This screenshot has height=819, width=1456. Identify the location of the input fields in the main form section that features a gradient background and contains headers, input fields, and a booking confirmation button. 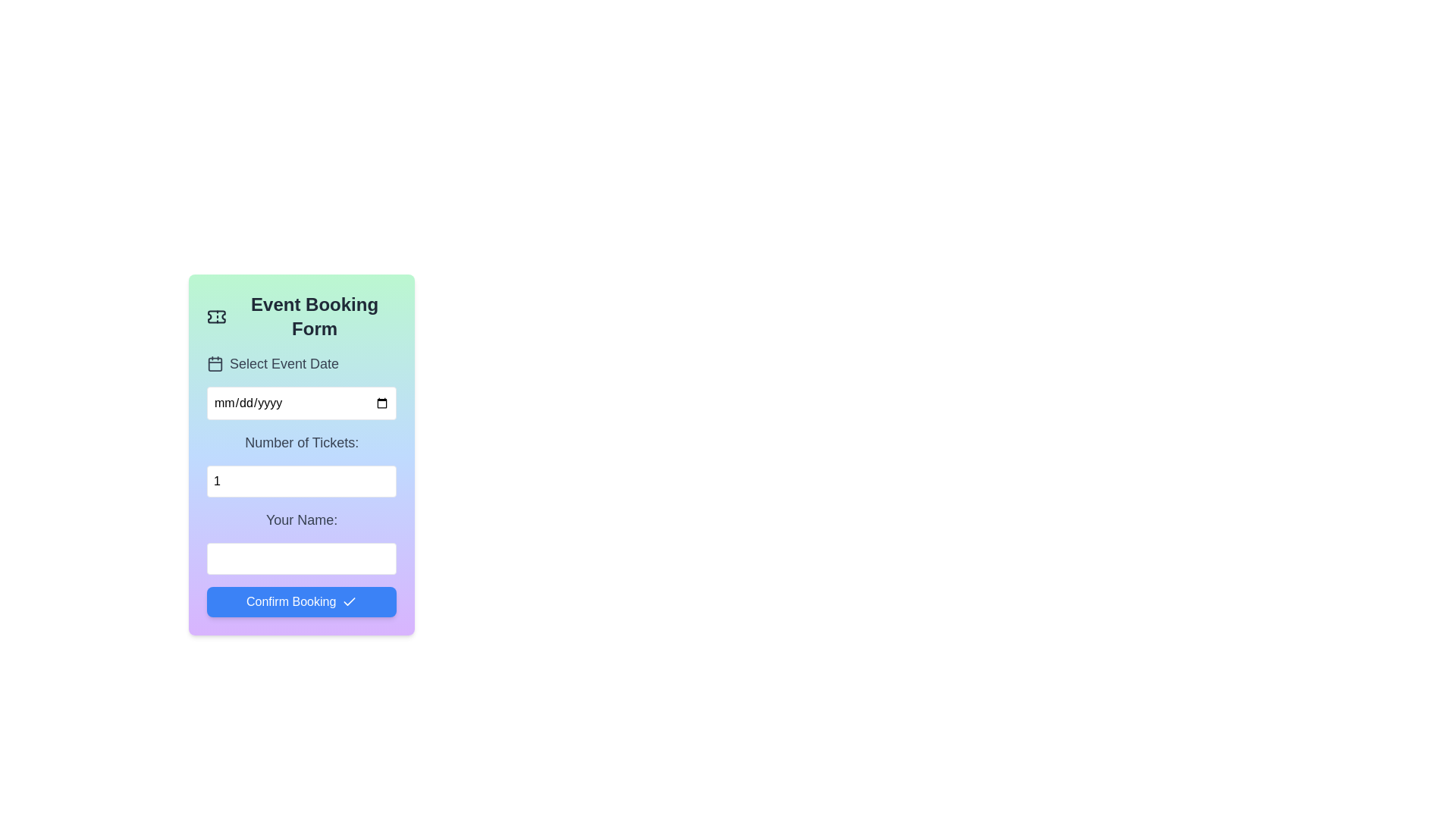
(302, 485).